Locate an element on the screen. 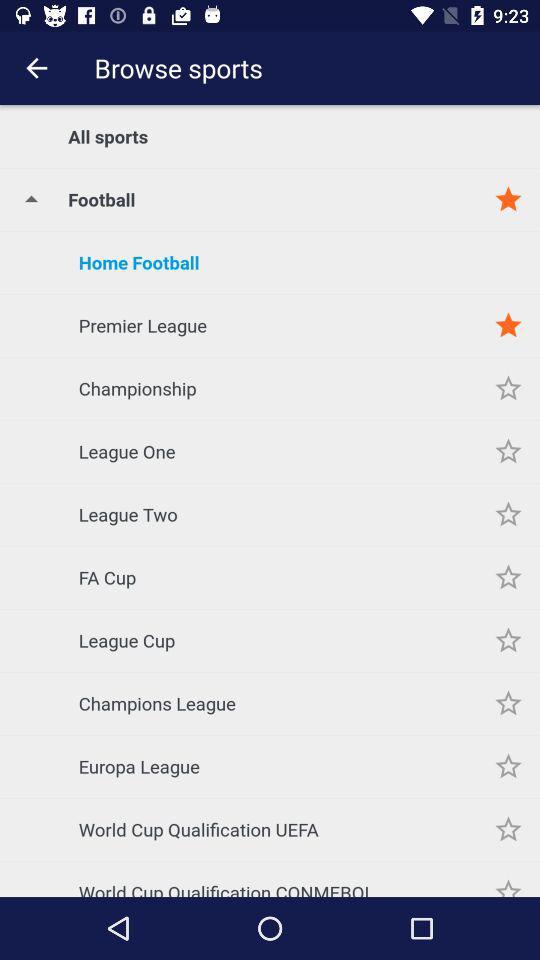 The image size is (540, 960). sport to favorites is located at coordinates (508, 829).